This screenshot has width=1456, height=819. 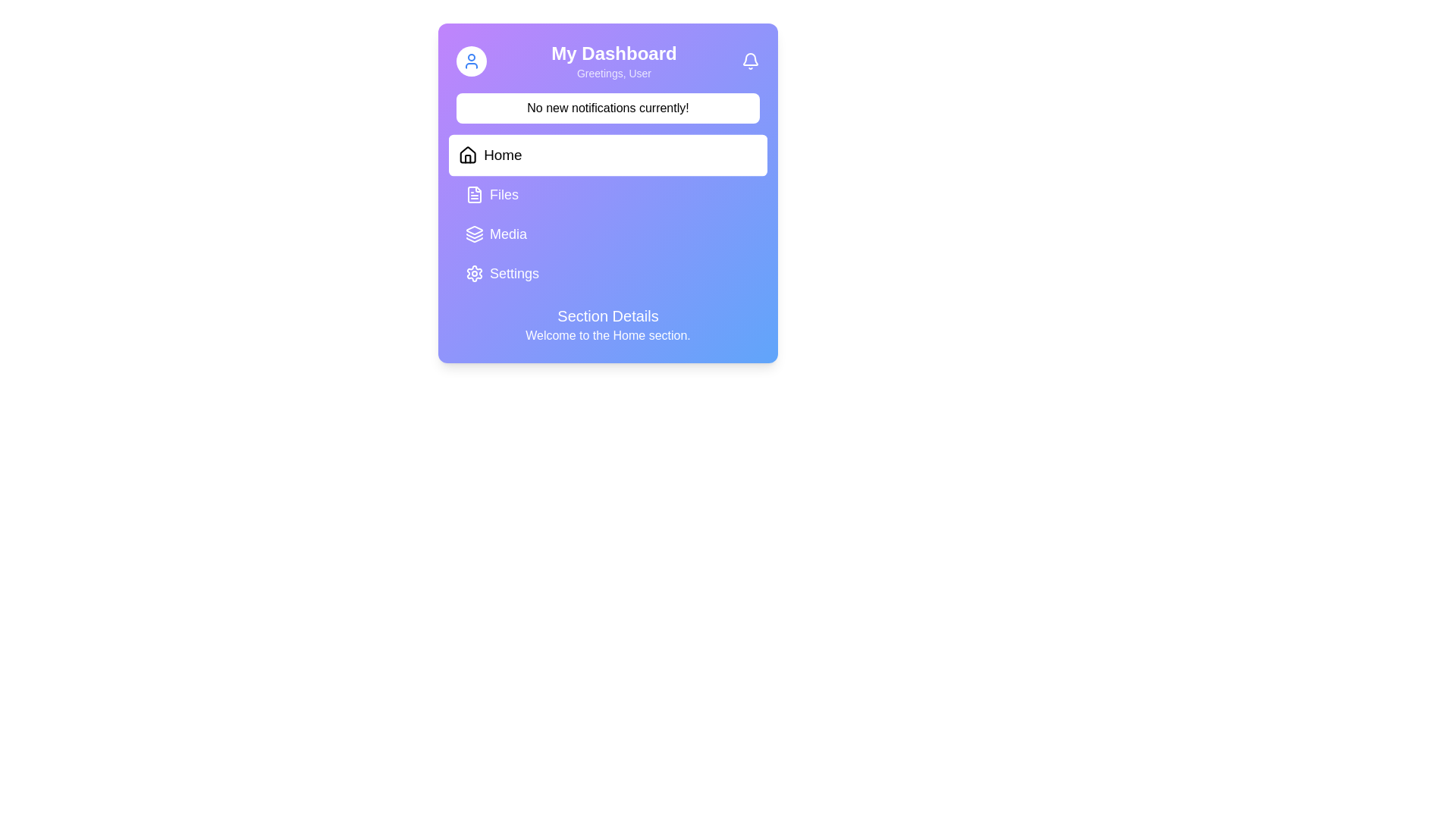 I want to click on the 'Settings' icon located at the top-right corner of the interface, adjacent to the 'My Dashboard' label, which represents options or preferences modification, so click(x=473, y=274).